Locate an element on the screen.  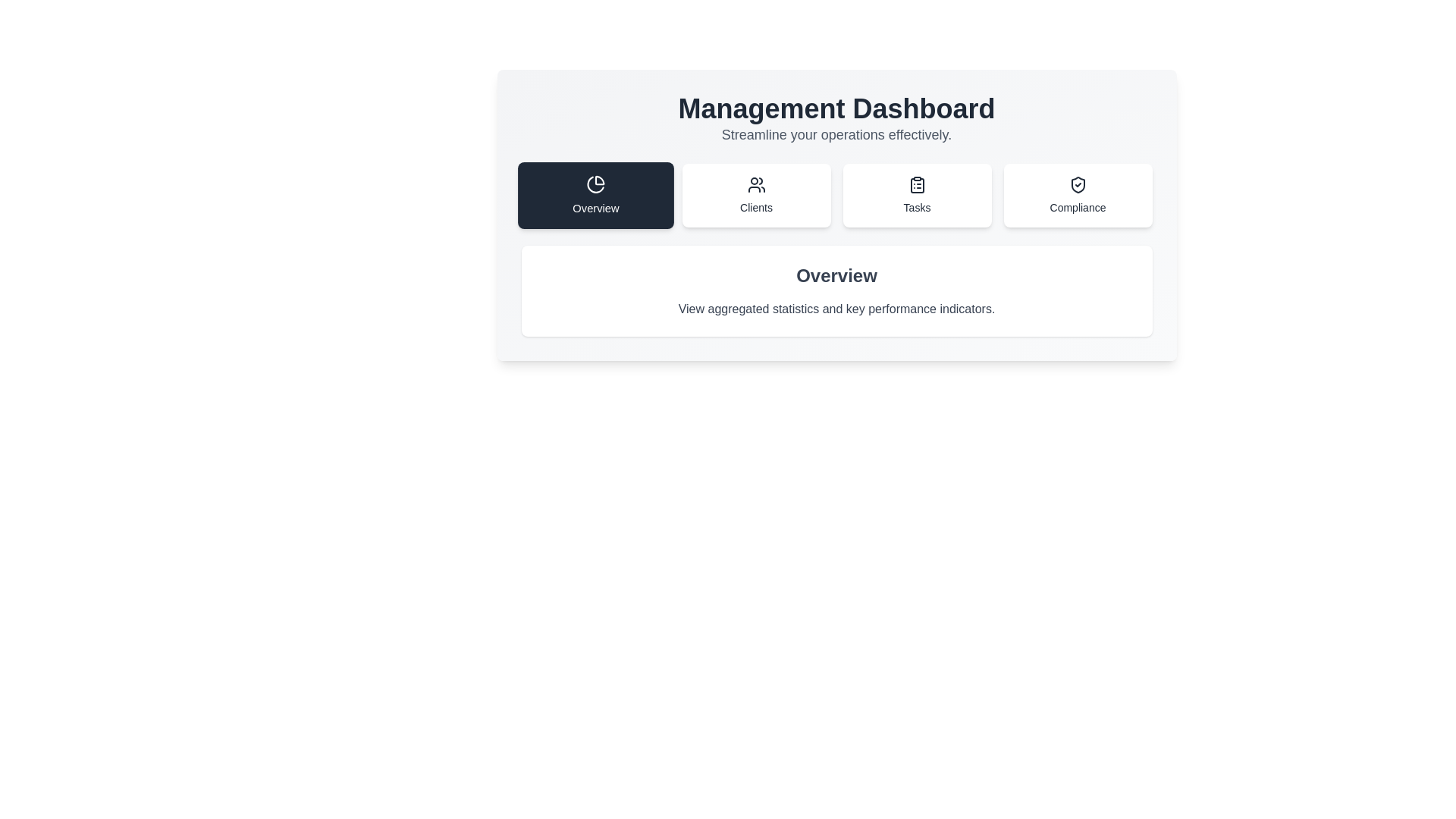
the Compliance tab to view its content is located at coordinates (1077, 195).